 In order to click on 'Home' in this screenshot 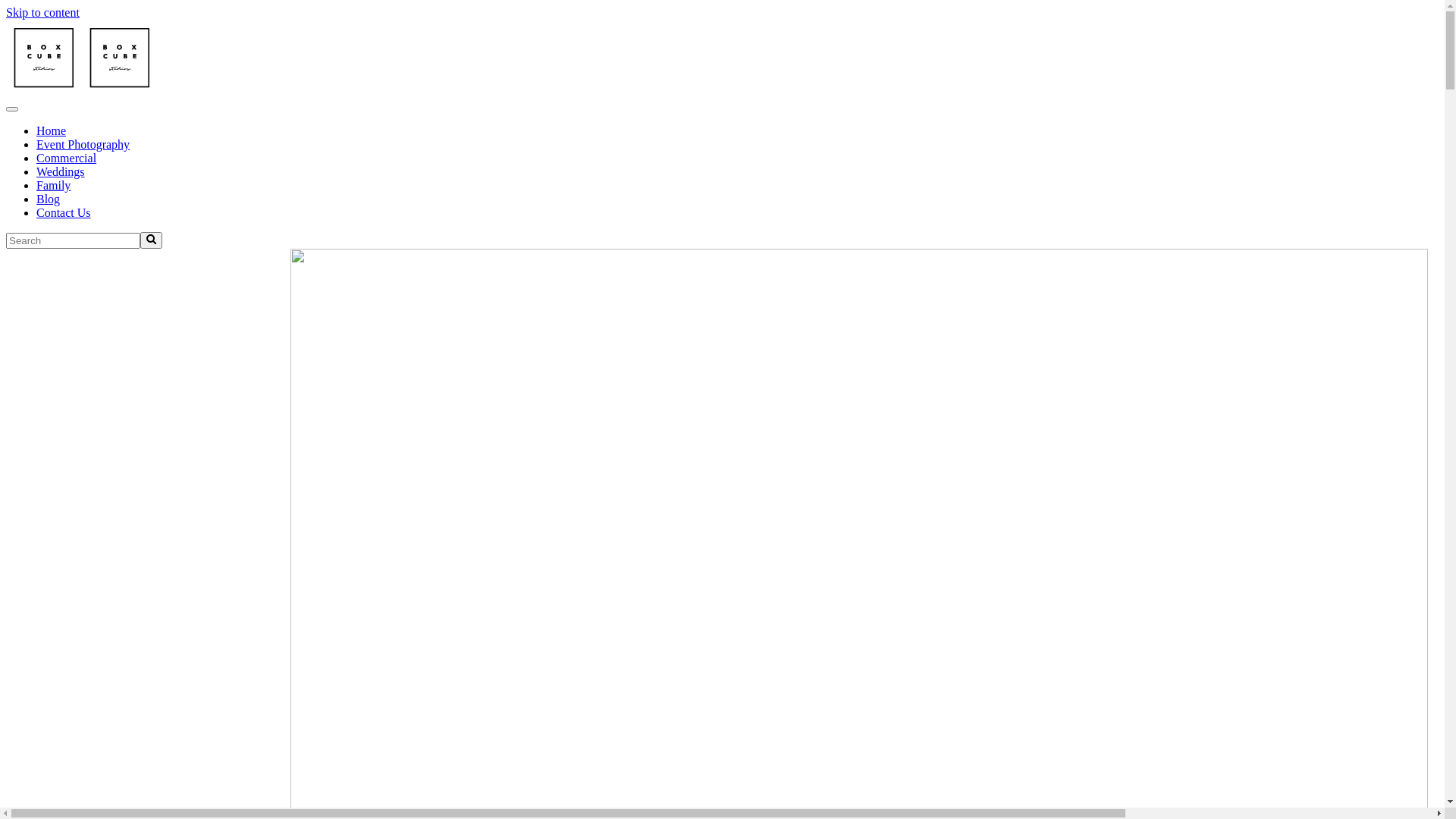, I will do `click(51, 130)`.